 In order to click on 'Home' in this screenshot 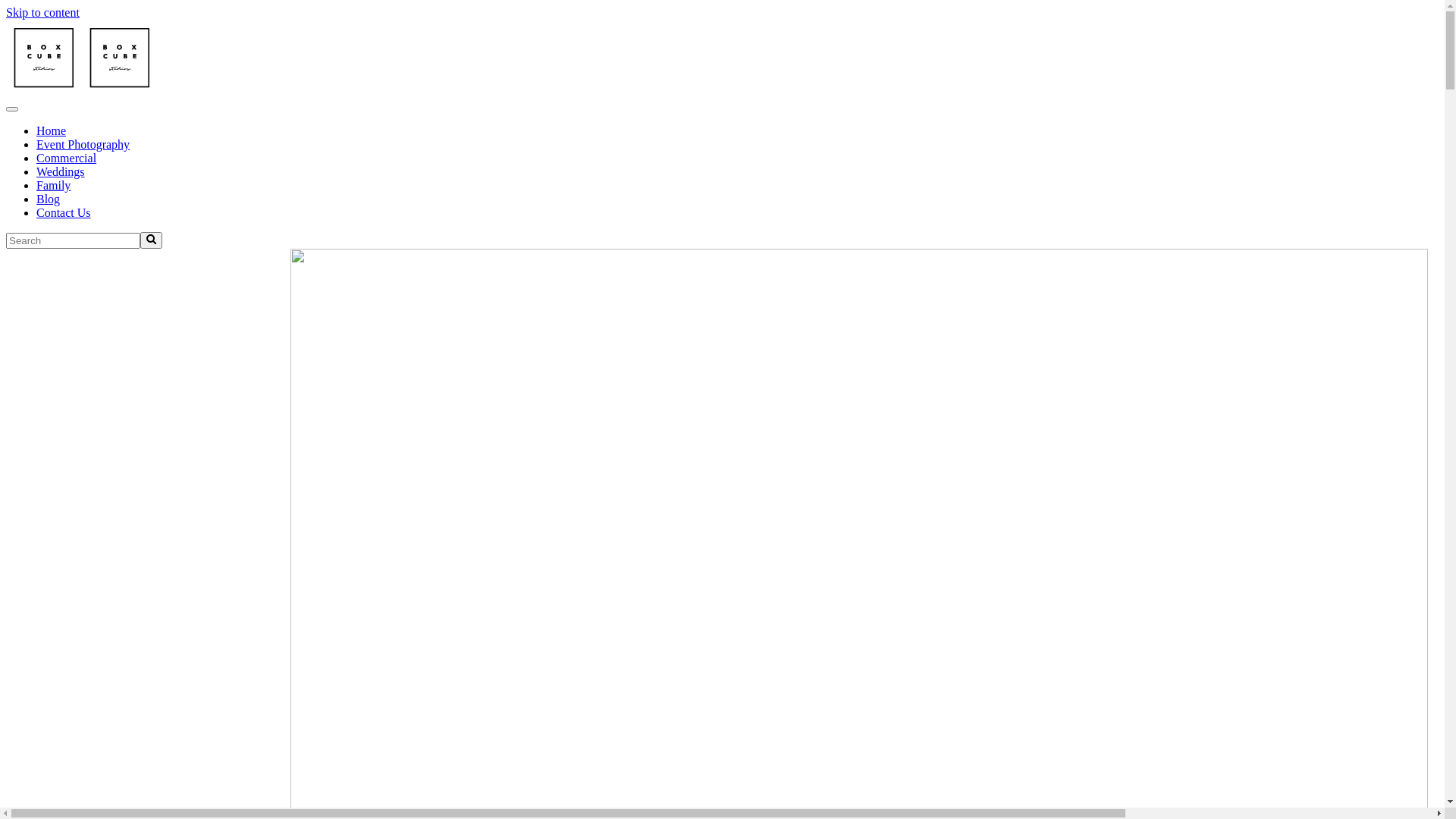, I will do `click(51, 130)`.